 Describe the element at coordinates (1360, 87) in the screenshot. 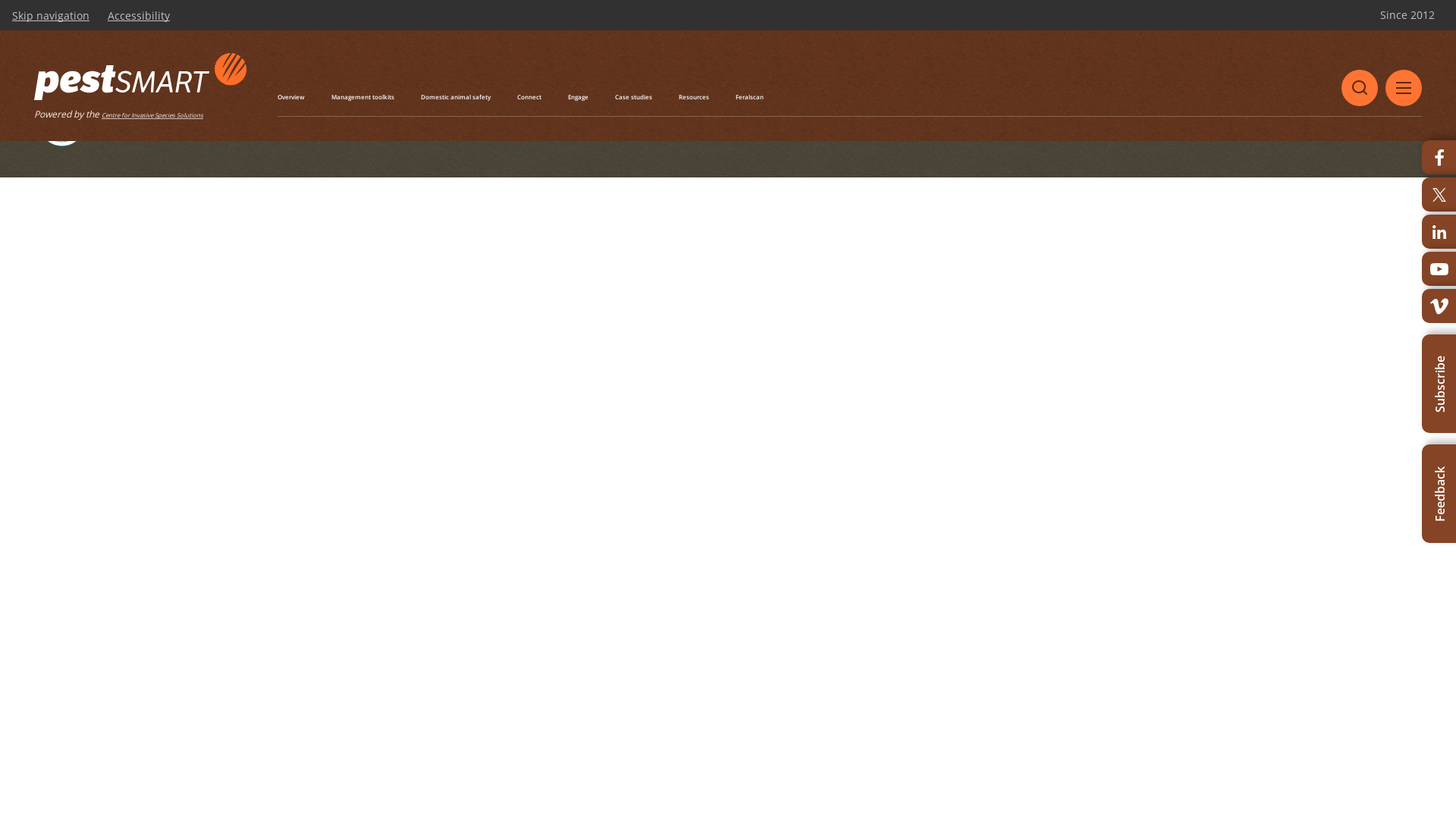

I see `'Search PestSmart website'` at that location.